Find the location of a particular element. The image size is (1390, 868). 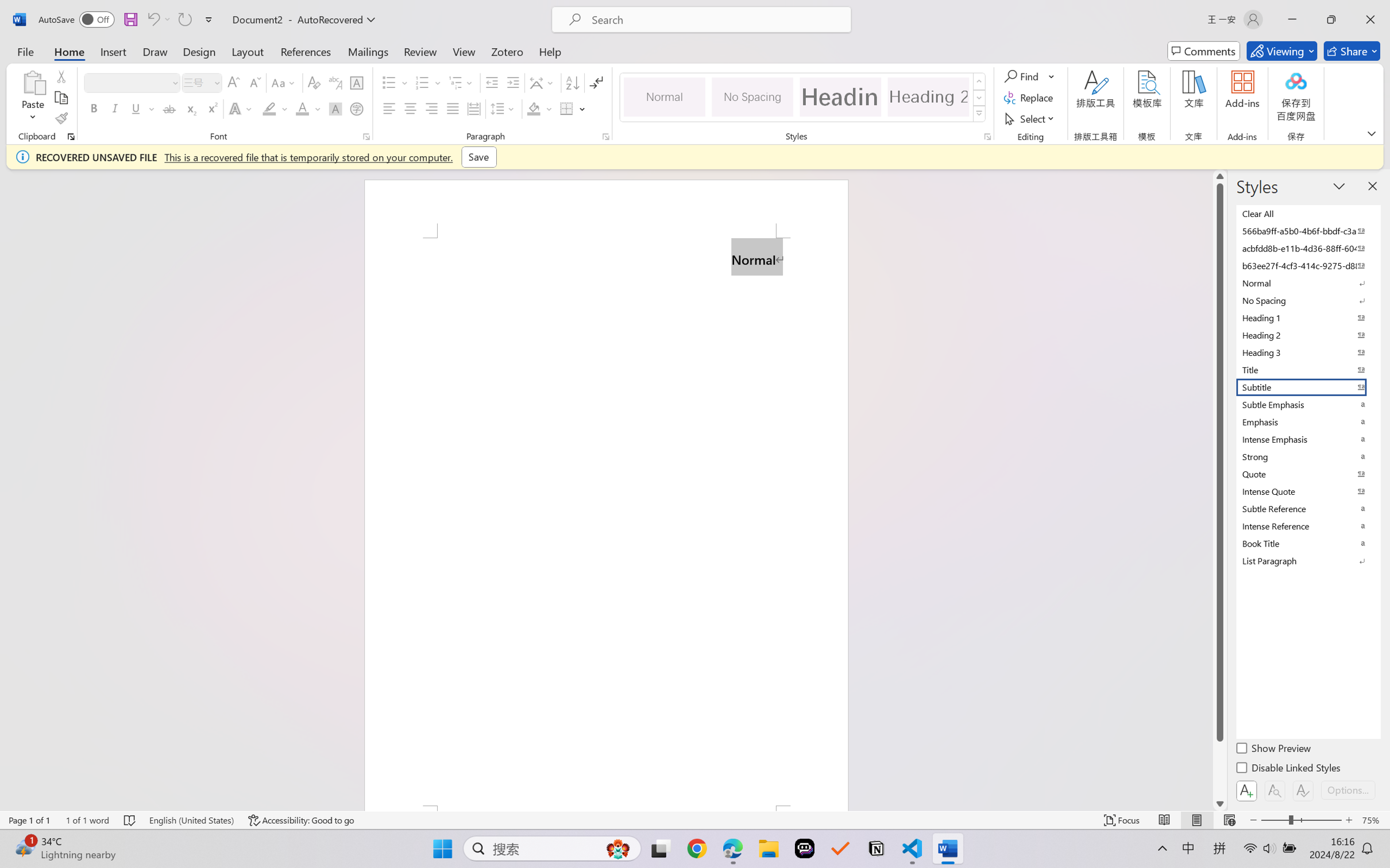

'Can' is located at coordinates (157, 19).